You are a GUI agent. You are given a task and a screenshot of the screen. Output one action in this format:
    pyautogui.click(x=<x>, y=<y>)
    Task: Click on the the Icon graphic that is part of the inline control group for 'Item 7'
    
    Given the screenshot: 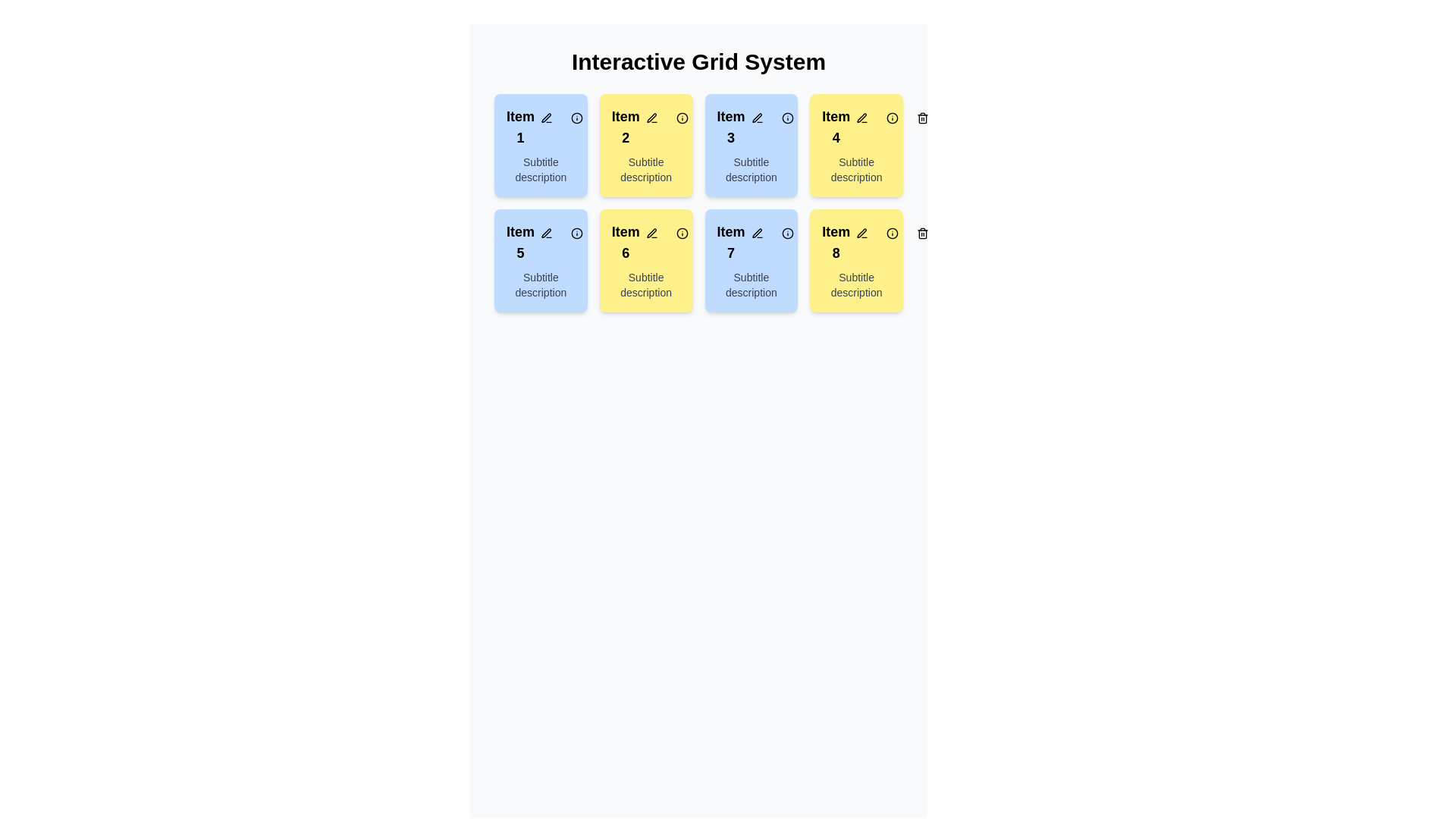 What is the action you would take?
    pyautogui.click(x=757, y=233)
    